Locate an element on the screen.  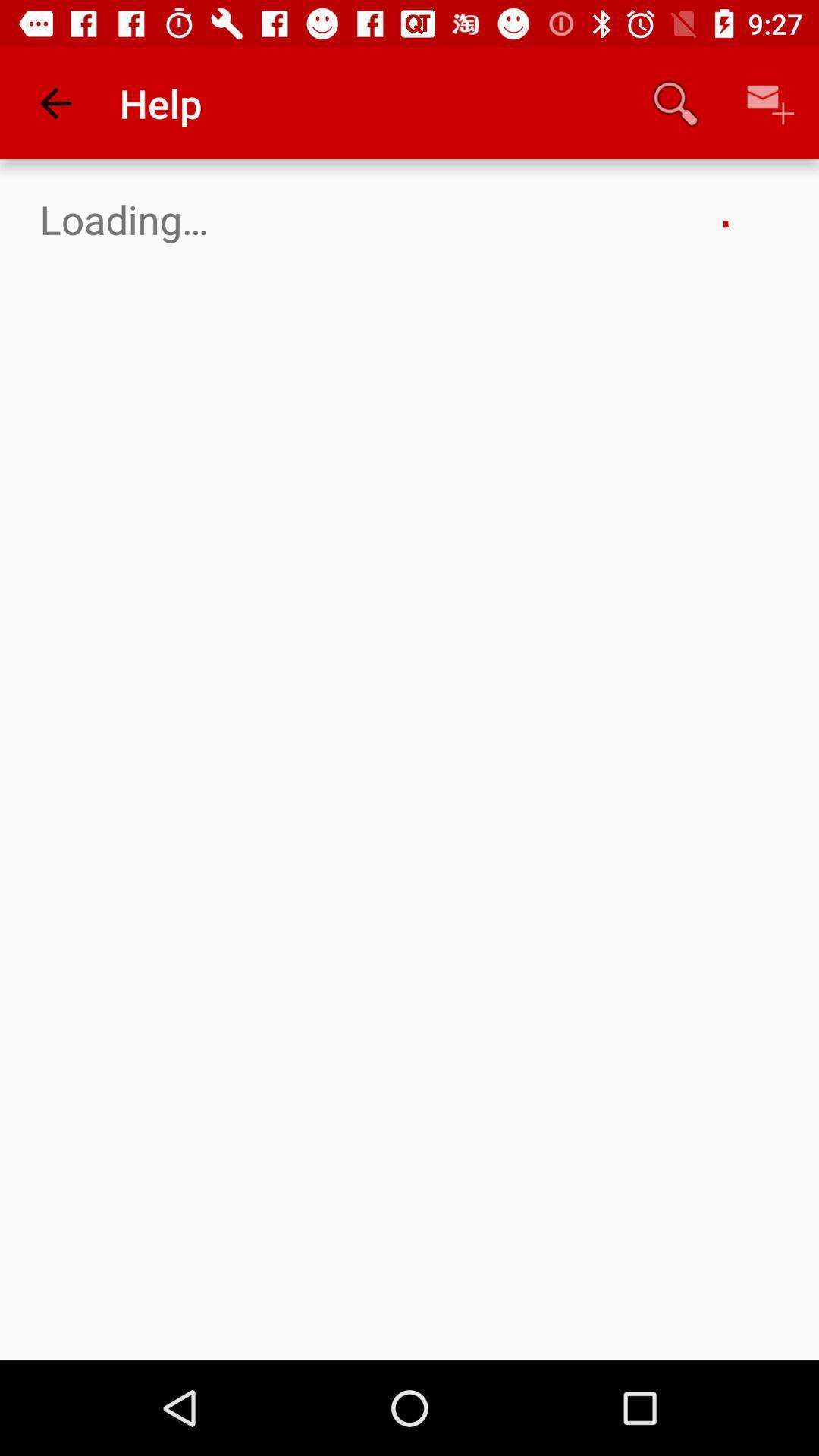
app to the left of the help item is located at coordinates (55, 102).